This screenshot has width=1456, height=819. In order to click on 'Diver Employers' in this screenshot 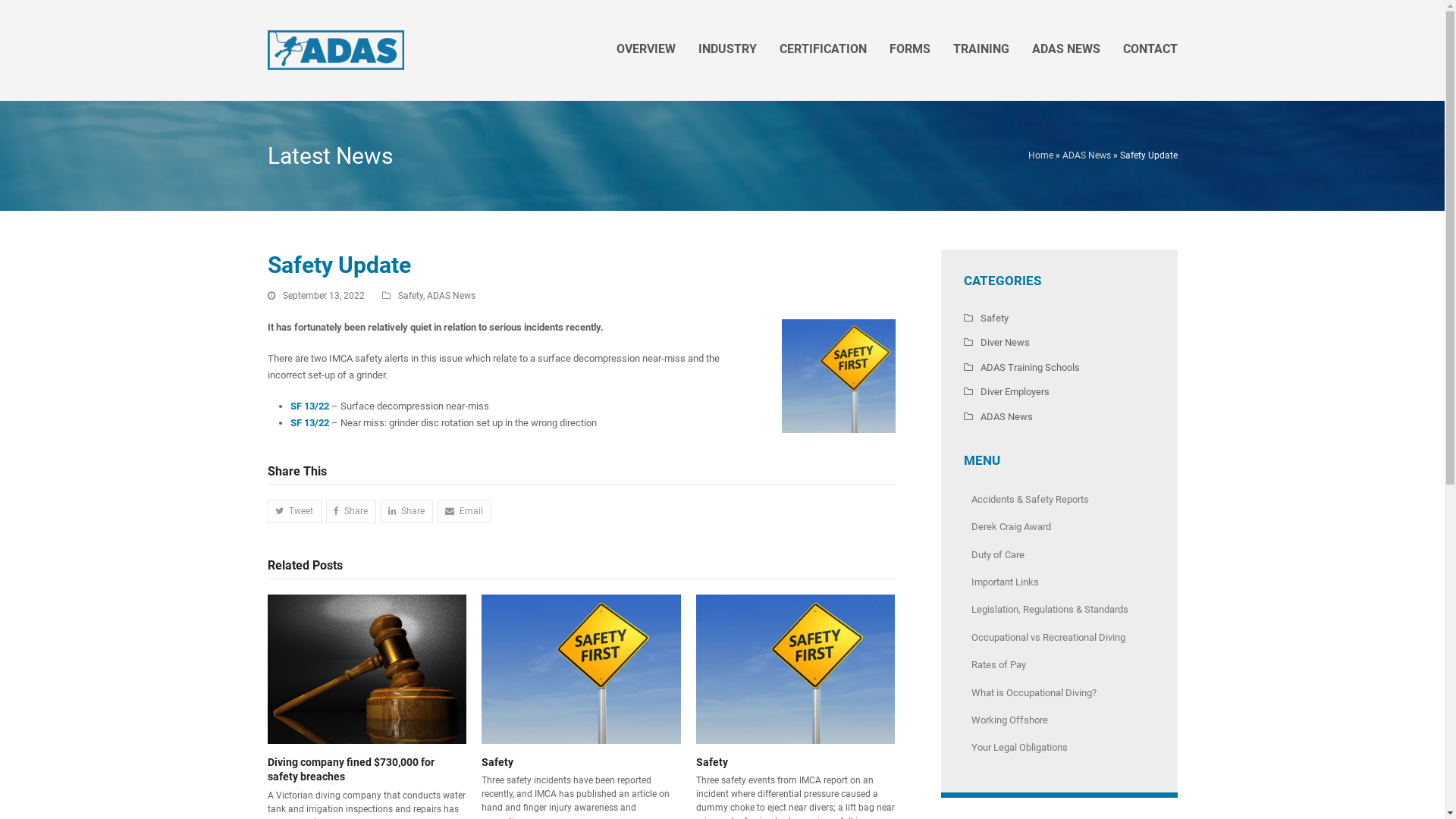, I will do `click(1006, 391)`.